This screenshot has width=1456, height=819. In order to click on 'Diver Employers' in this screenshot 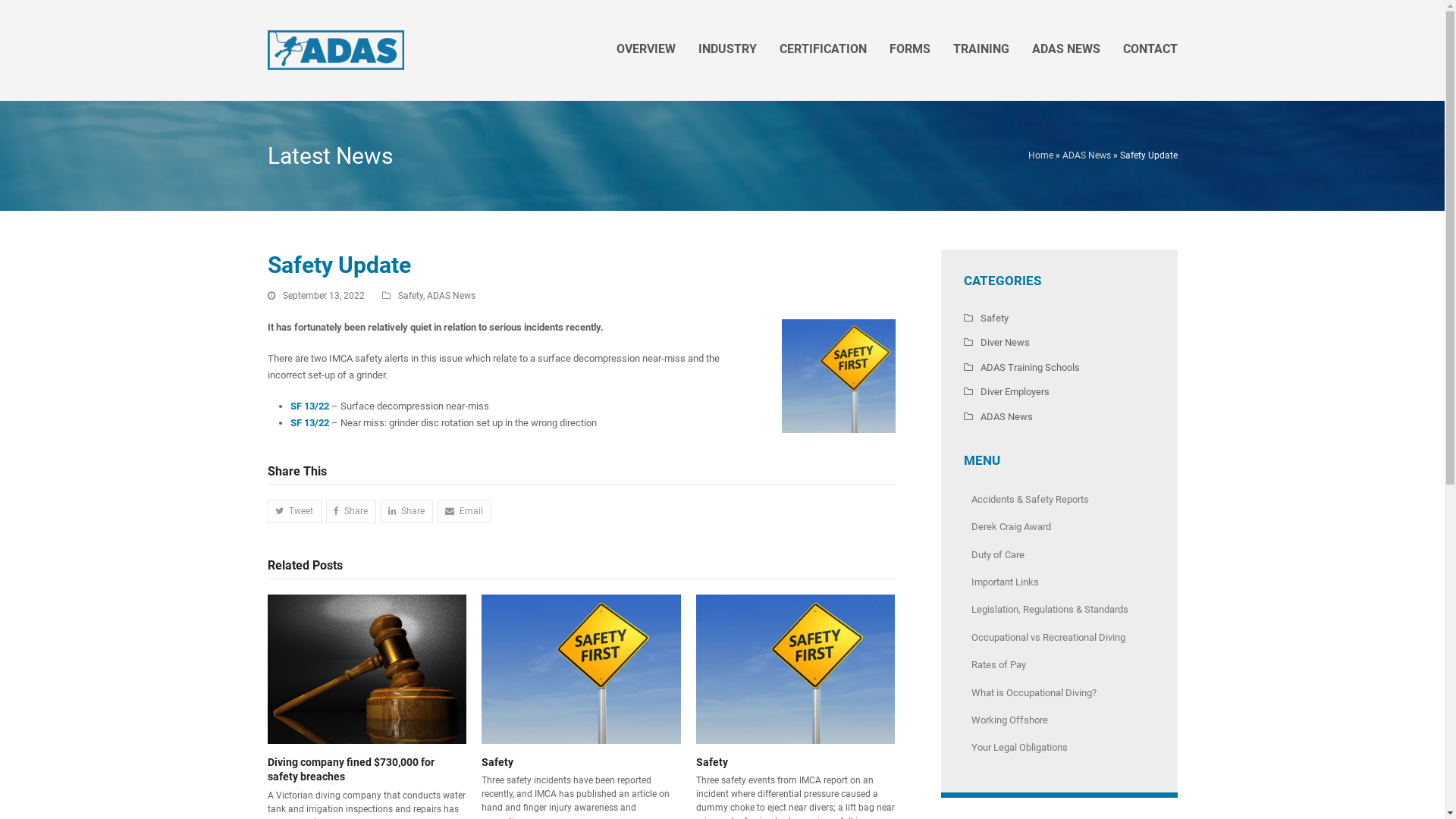, I will do `click(1006, 391)`.